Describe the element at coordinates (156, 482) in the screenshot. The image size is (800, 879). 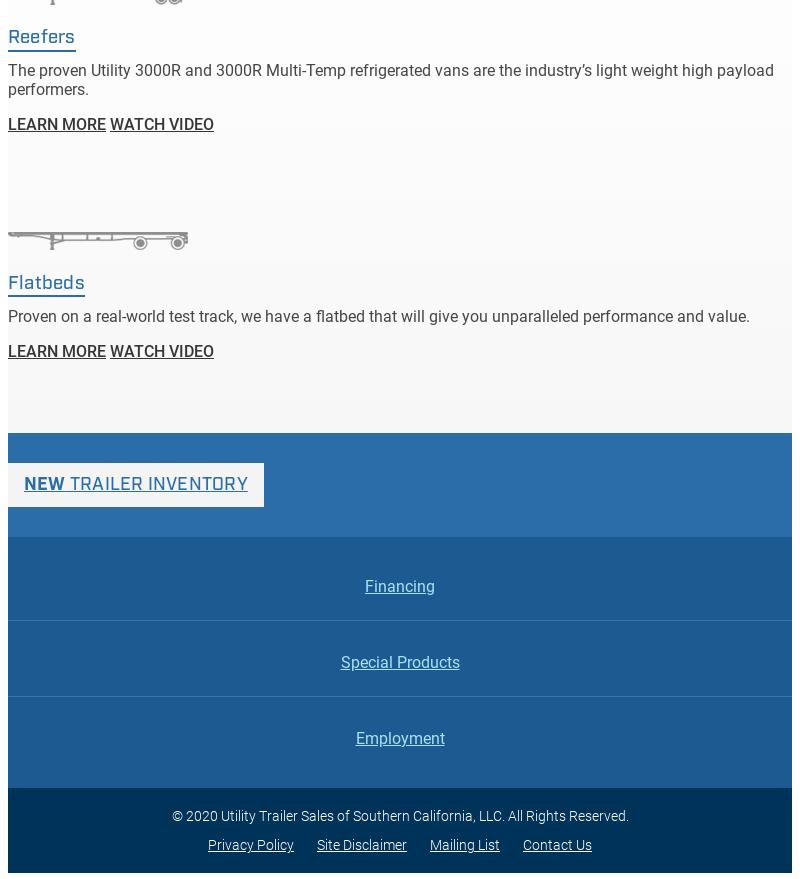
I see `'Trailer Inventory'` at that location.